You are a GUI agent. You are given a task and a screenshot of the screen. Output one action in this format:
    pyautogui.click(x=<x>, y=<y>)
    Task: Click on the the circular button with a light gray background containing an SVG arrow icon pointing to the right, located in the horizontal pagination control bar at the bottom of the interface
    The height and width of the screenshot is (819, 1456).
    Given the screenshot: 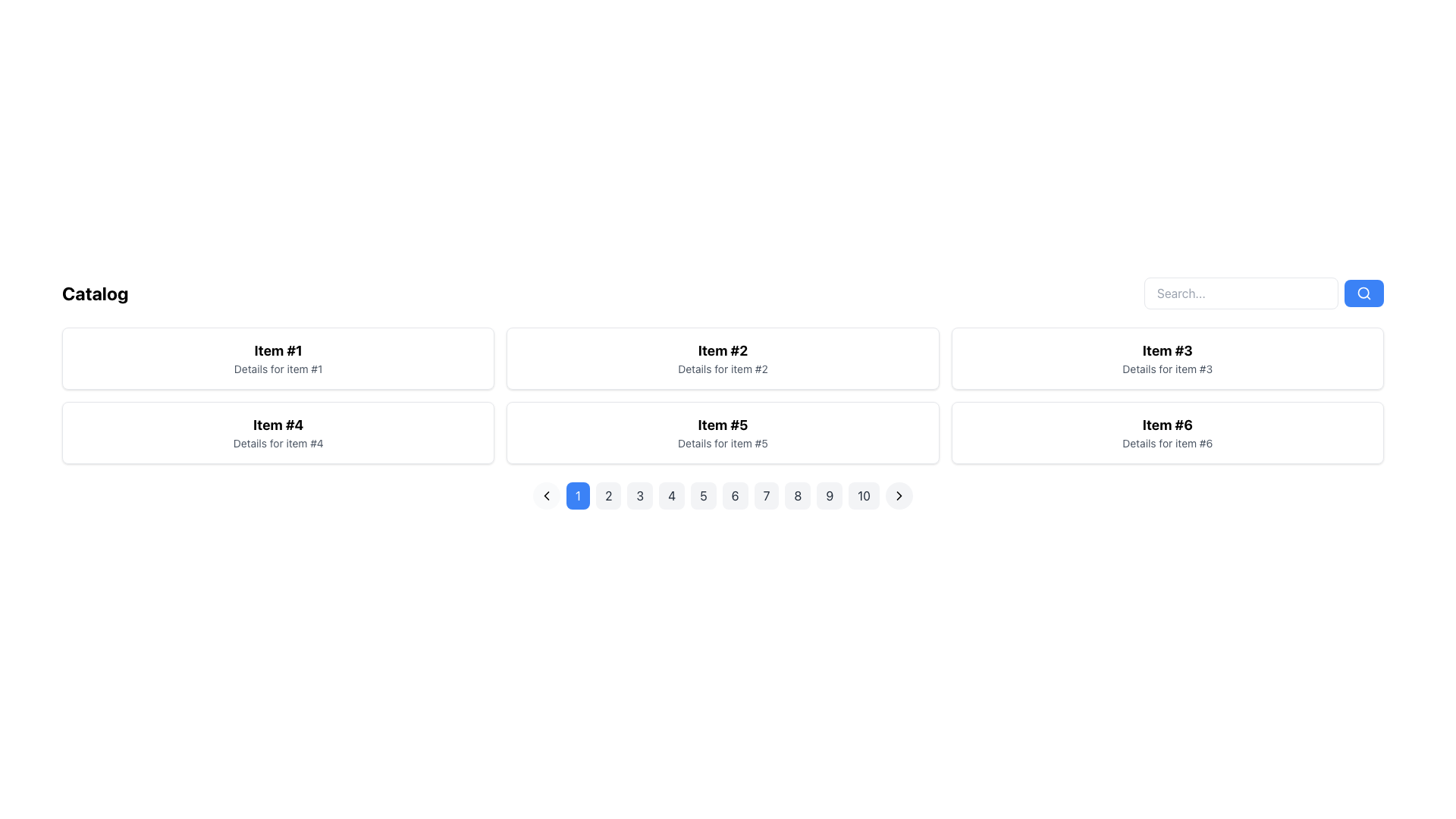 What is the action you would take?
    pyautogui.click(x=899, y=496)
    